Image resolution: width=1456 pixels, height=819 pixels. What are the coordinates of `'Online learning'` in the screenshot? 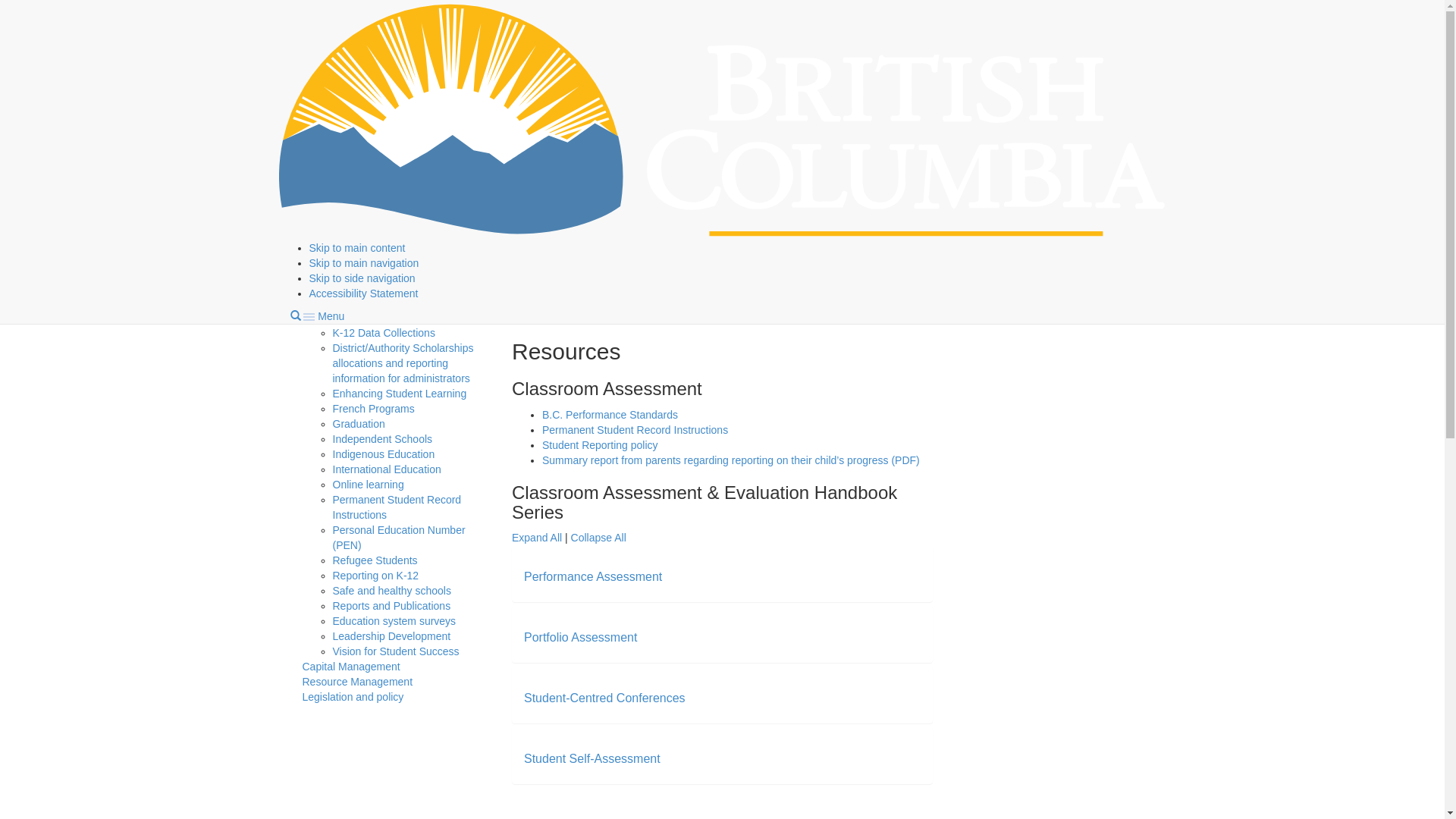 It's located at (331, 485).